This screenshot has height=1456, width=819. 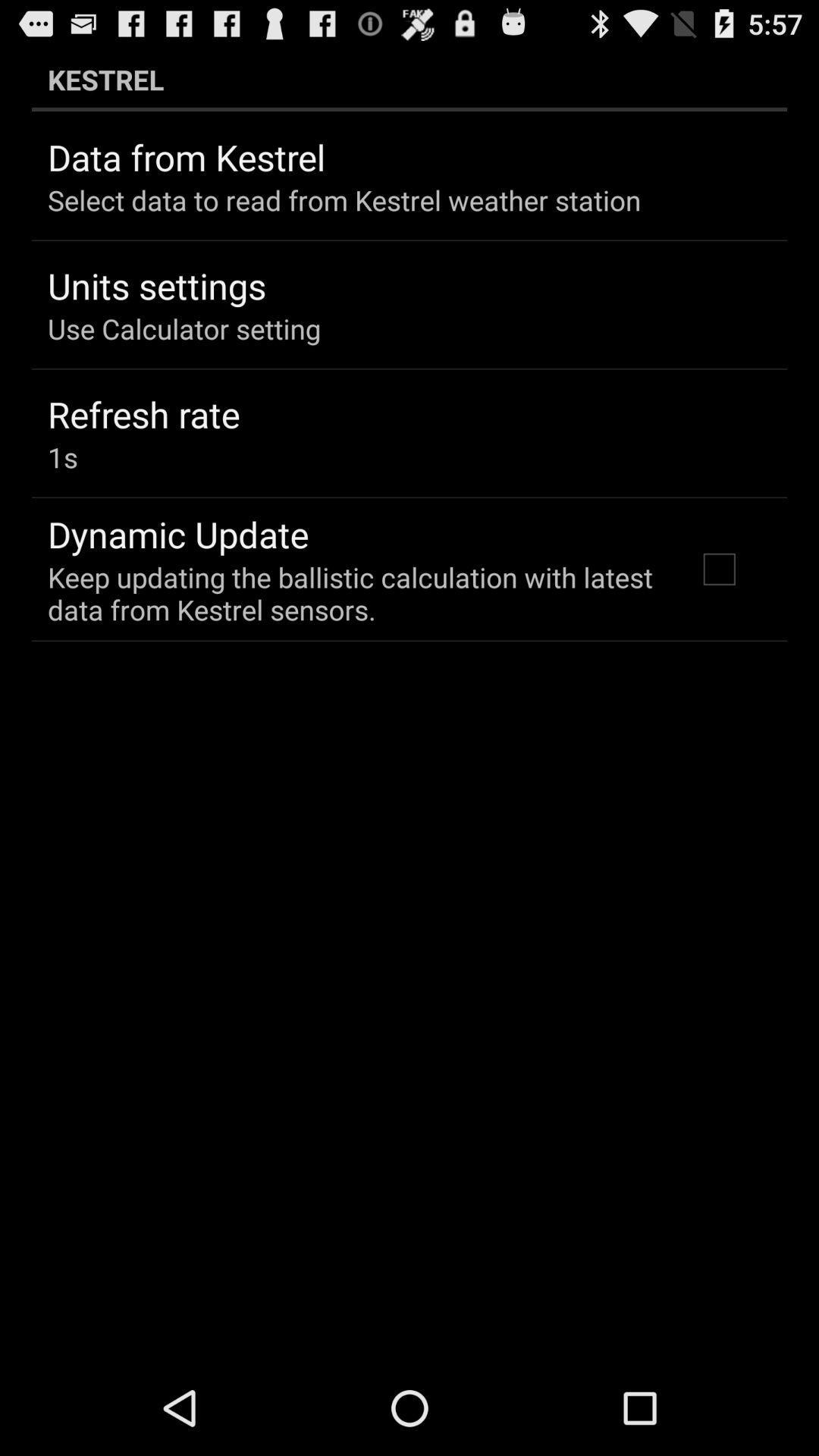 What do you see at coordinates (177, 534) in the screenshot?
I see `the icon above the keep updating the` at bounding box center [177, 534].